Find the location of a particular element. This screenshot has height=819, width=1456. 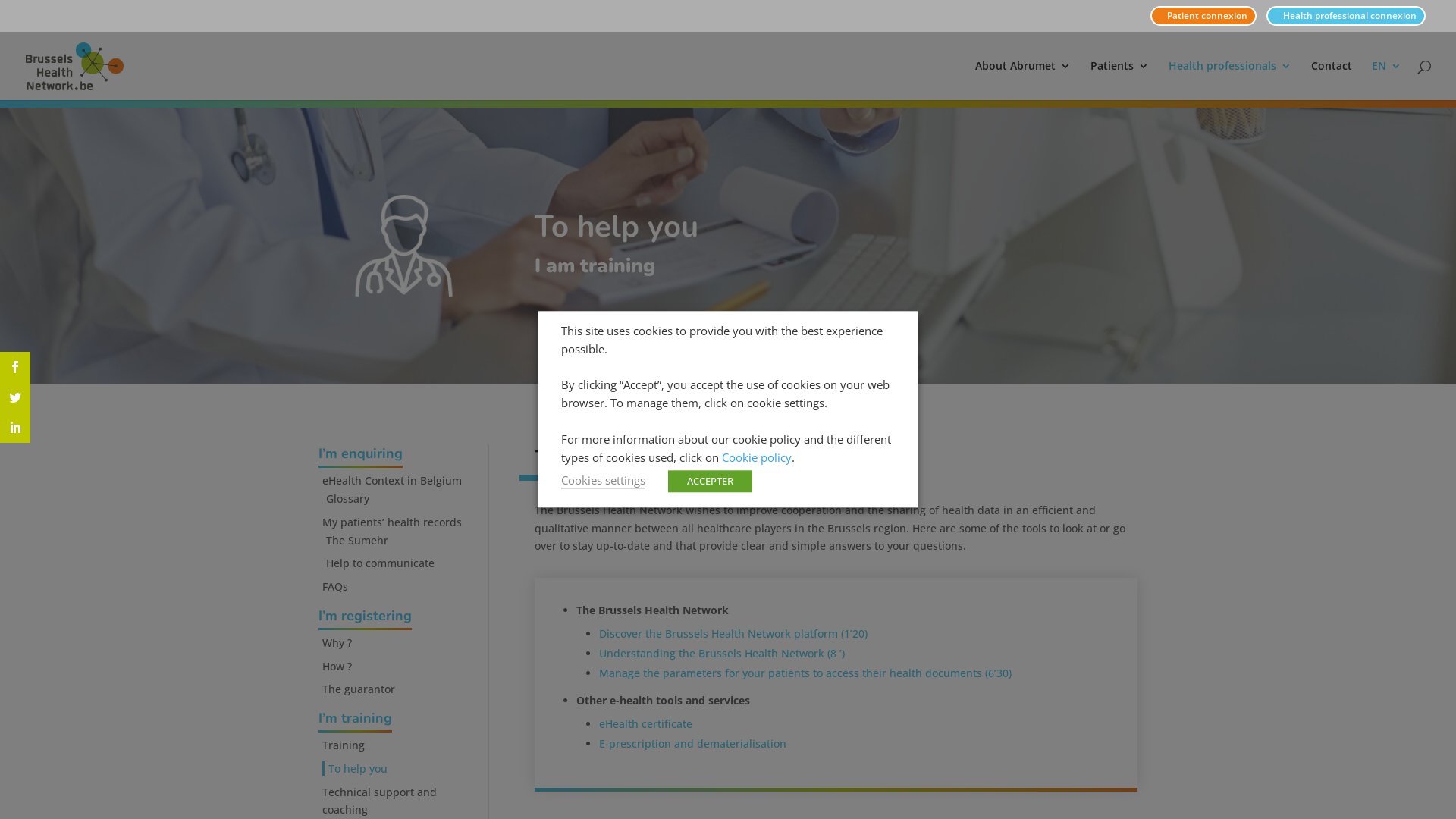

'How ?' is located at coordinates (322, 665).